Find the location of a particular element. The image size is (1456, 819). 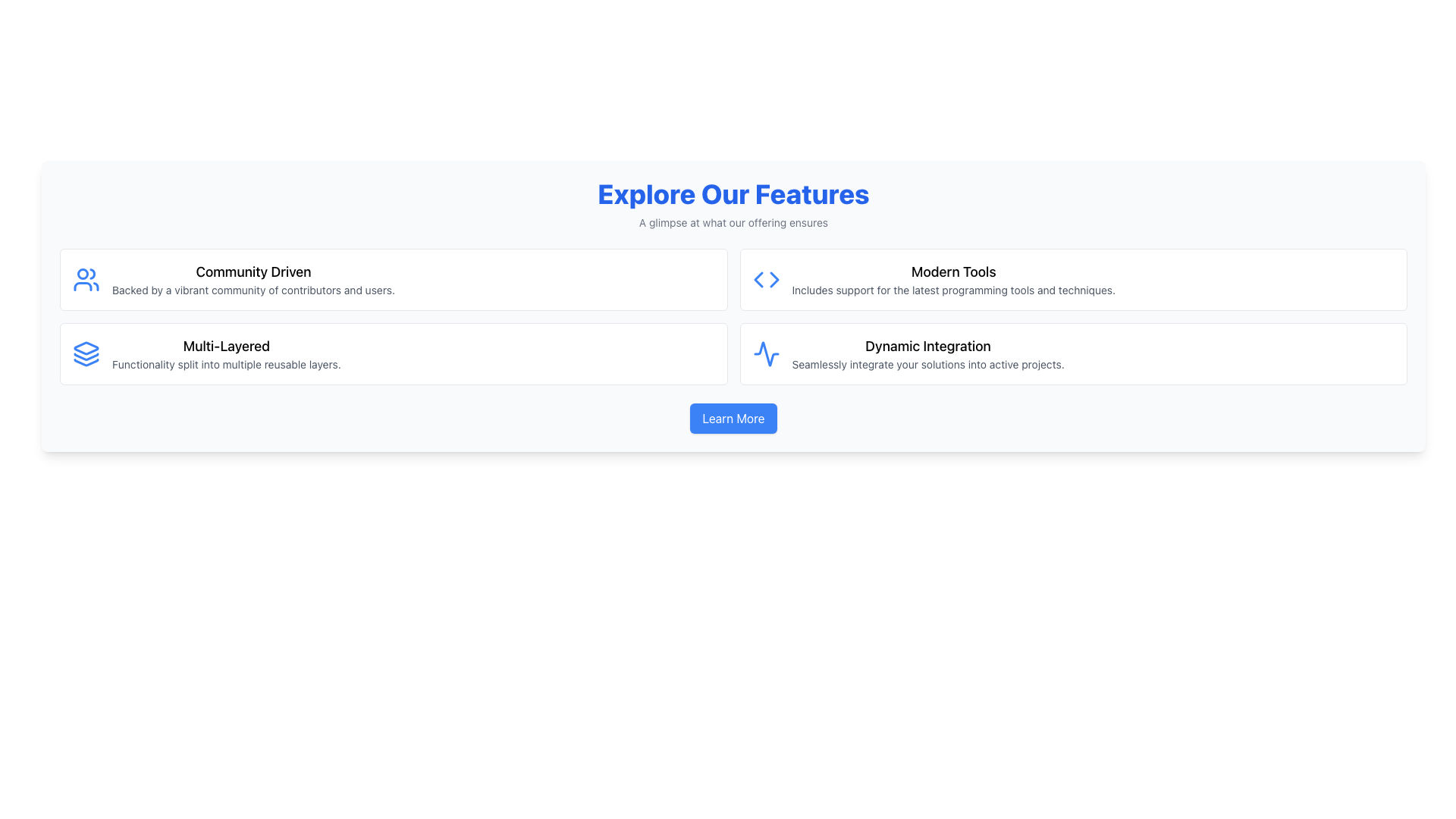

the blue code symbol icon located to the left of the 'Modern Tools' title in the second card under 'Explore Our Features' is located at coordinates (766, 280).